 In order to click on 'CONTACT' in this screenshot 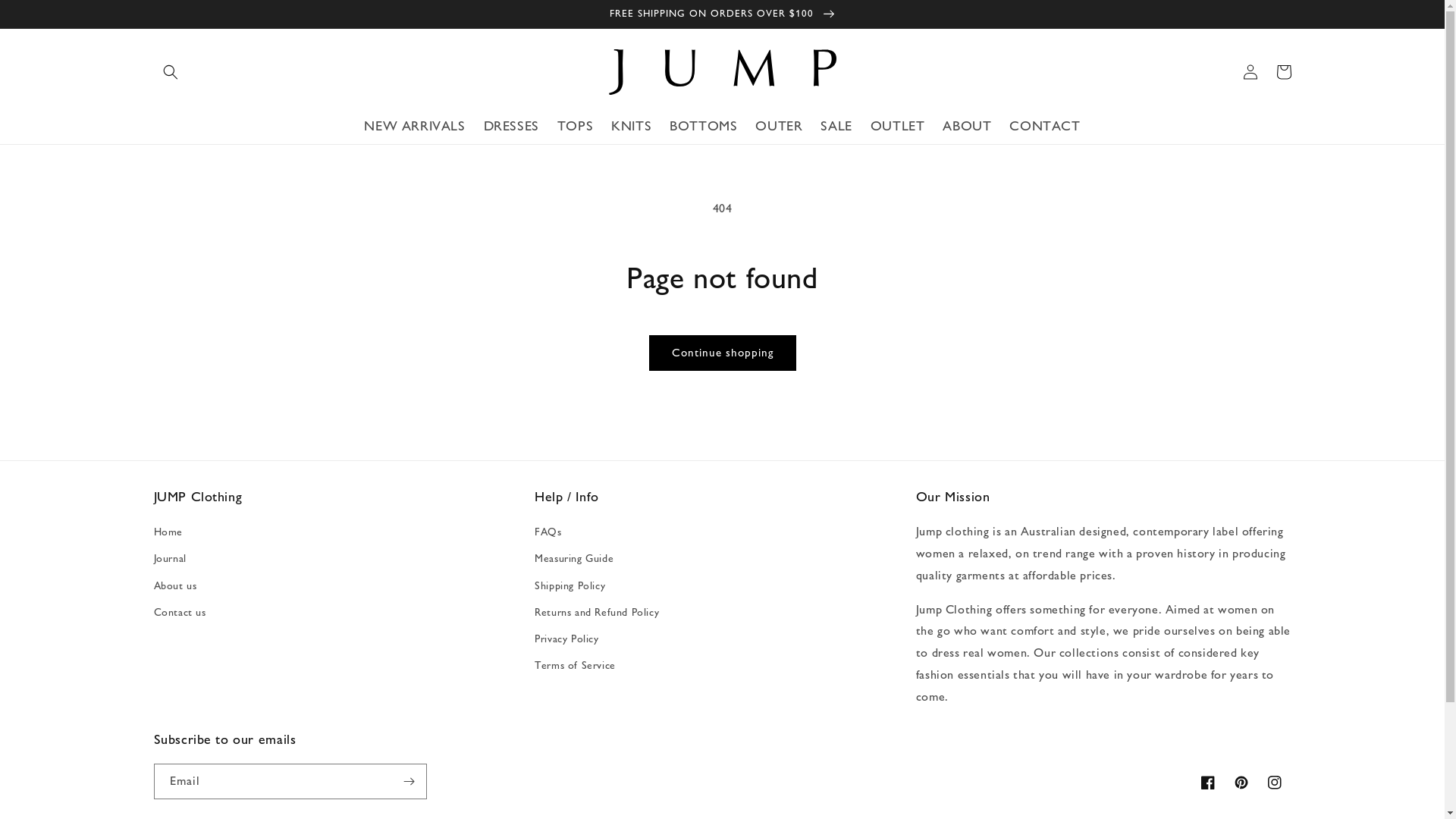, I will do `click(1043, 125)`.